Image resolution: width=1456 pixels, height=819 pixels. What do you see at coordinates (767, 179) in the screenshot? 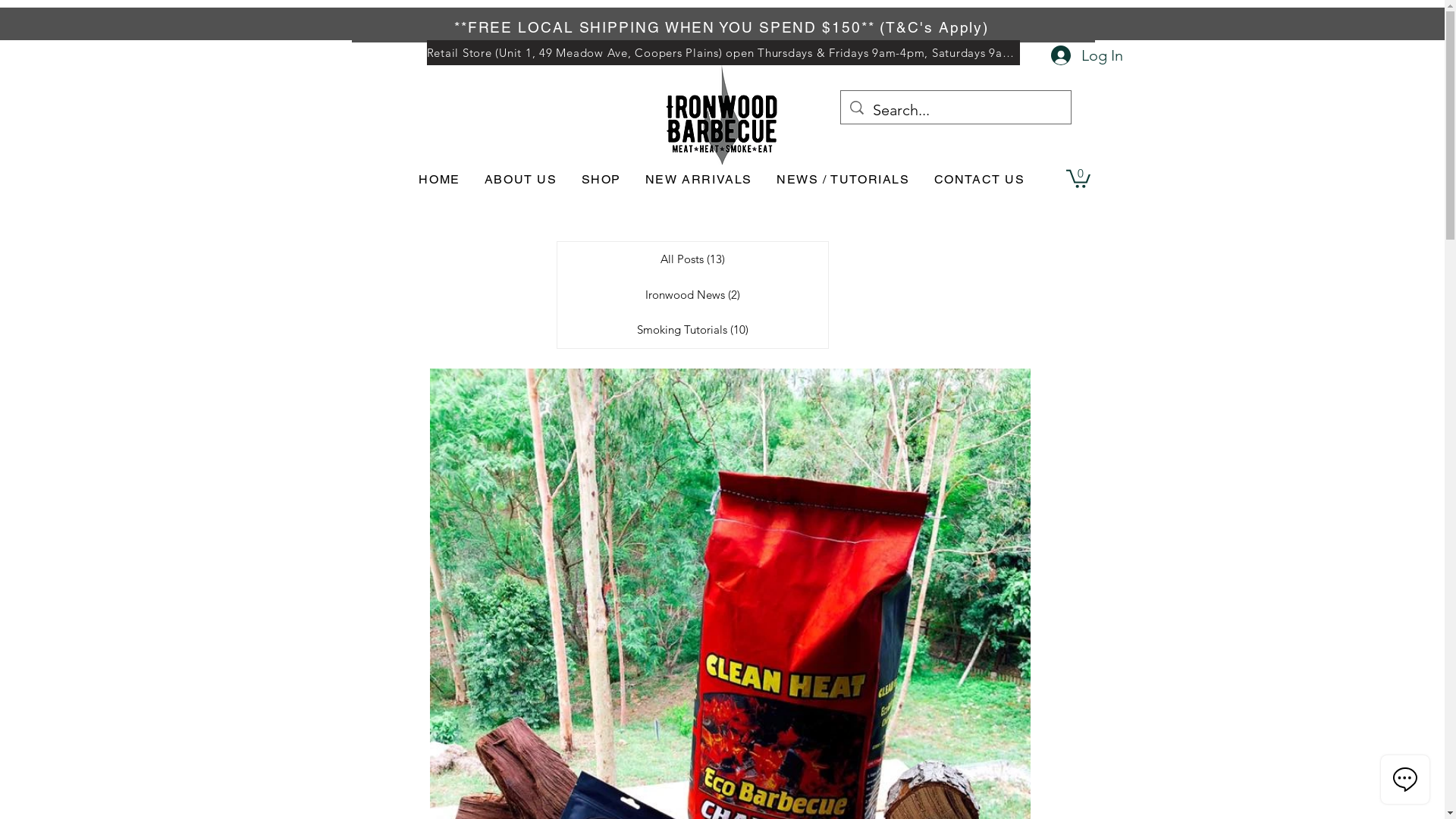
I see `'NEWS / TUTORIALS'` at bounding box center [767, 179].